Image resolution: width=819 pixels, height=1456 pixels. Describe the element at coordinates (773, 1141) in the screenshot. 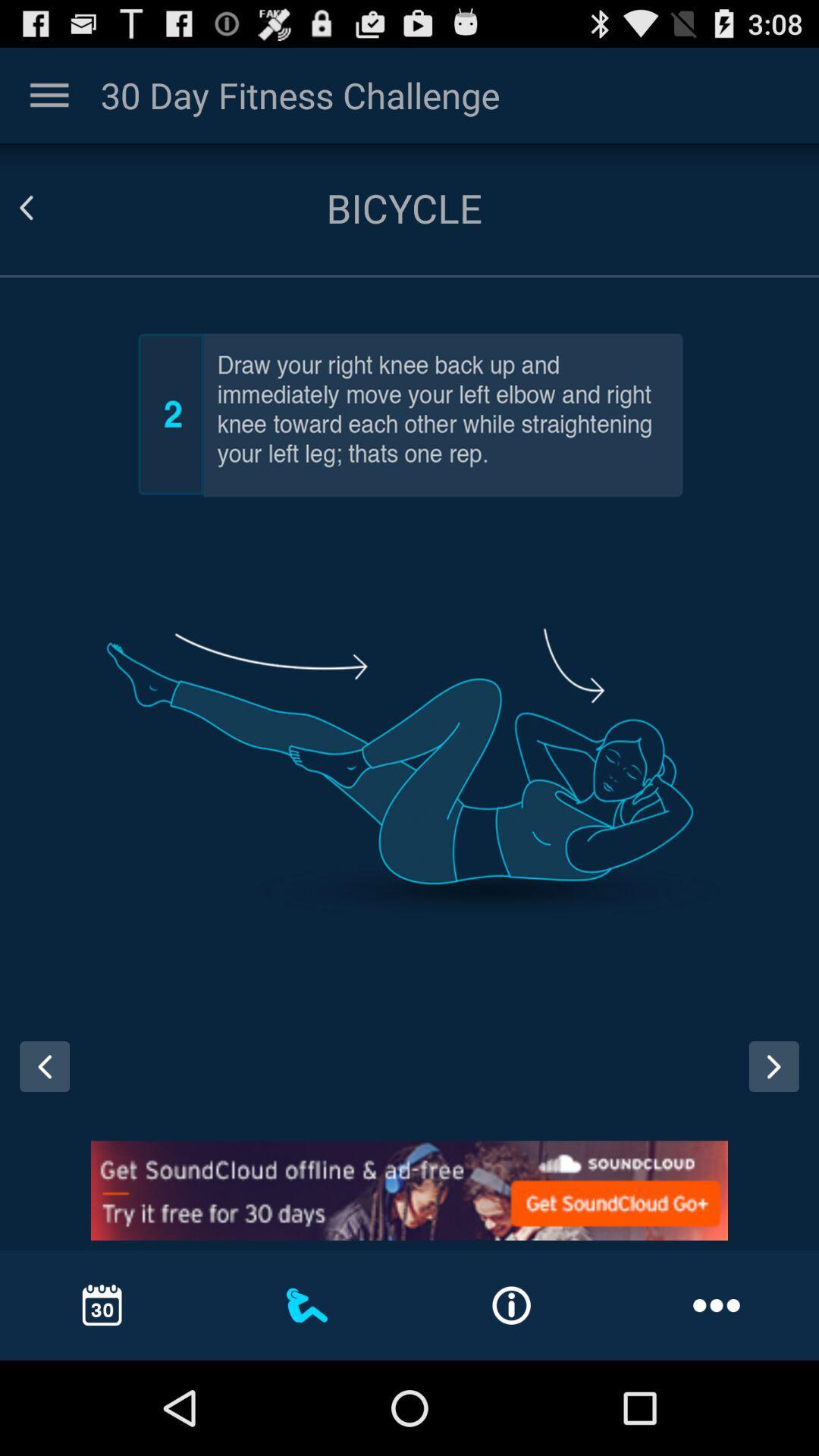

I see `the arrow_forward icon` at that location.